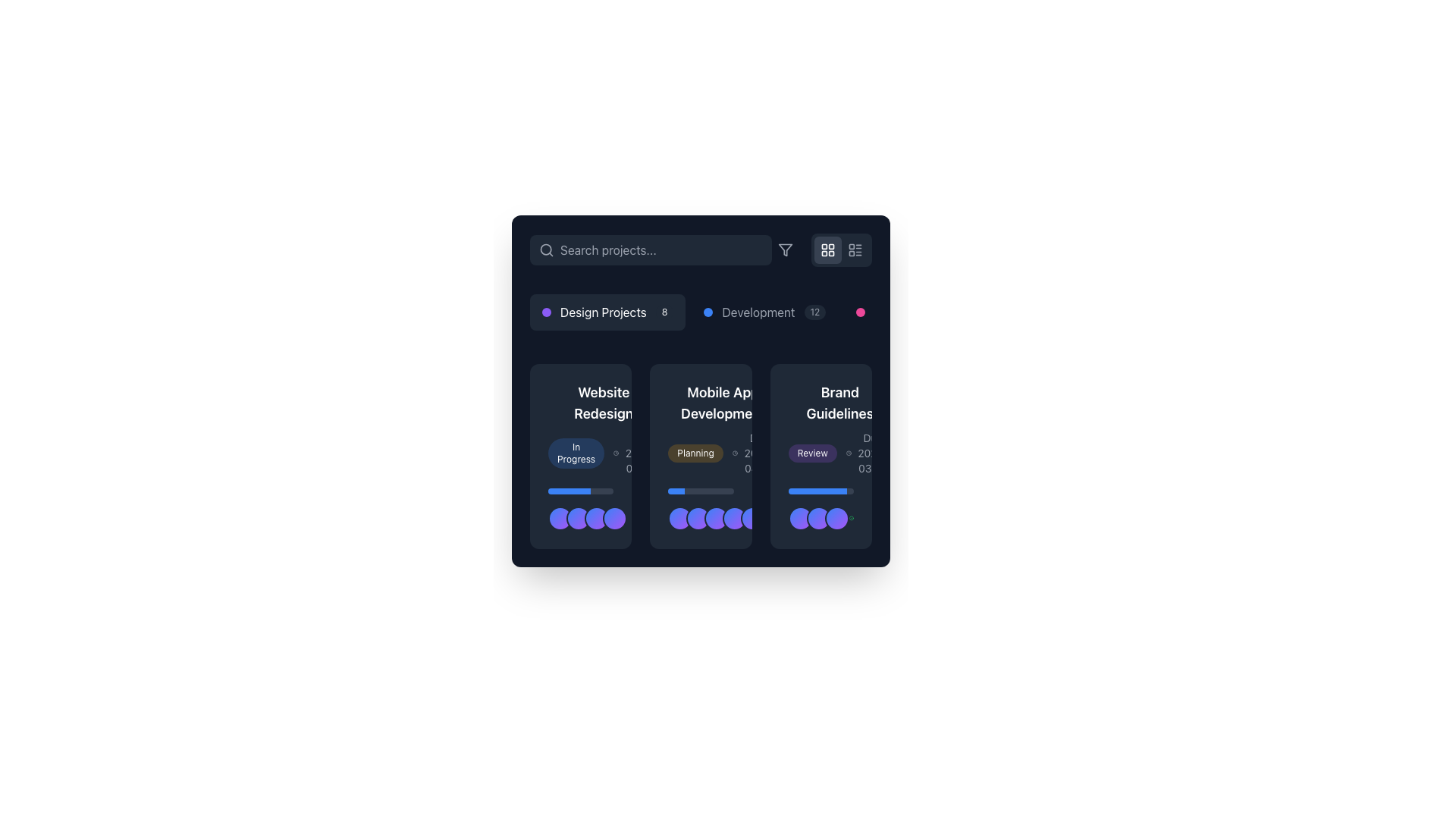  What do you see at coordinates (580, 429) in the screenshot?
I see `the 'In Progress' status indicator badge located inside the leftmost project card below the title 'Website Redesign'` at bounding box center [580, 429].